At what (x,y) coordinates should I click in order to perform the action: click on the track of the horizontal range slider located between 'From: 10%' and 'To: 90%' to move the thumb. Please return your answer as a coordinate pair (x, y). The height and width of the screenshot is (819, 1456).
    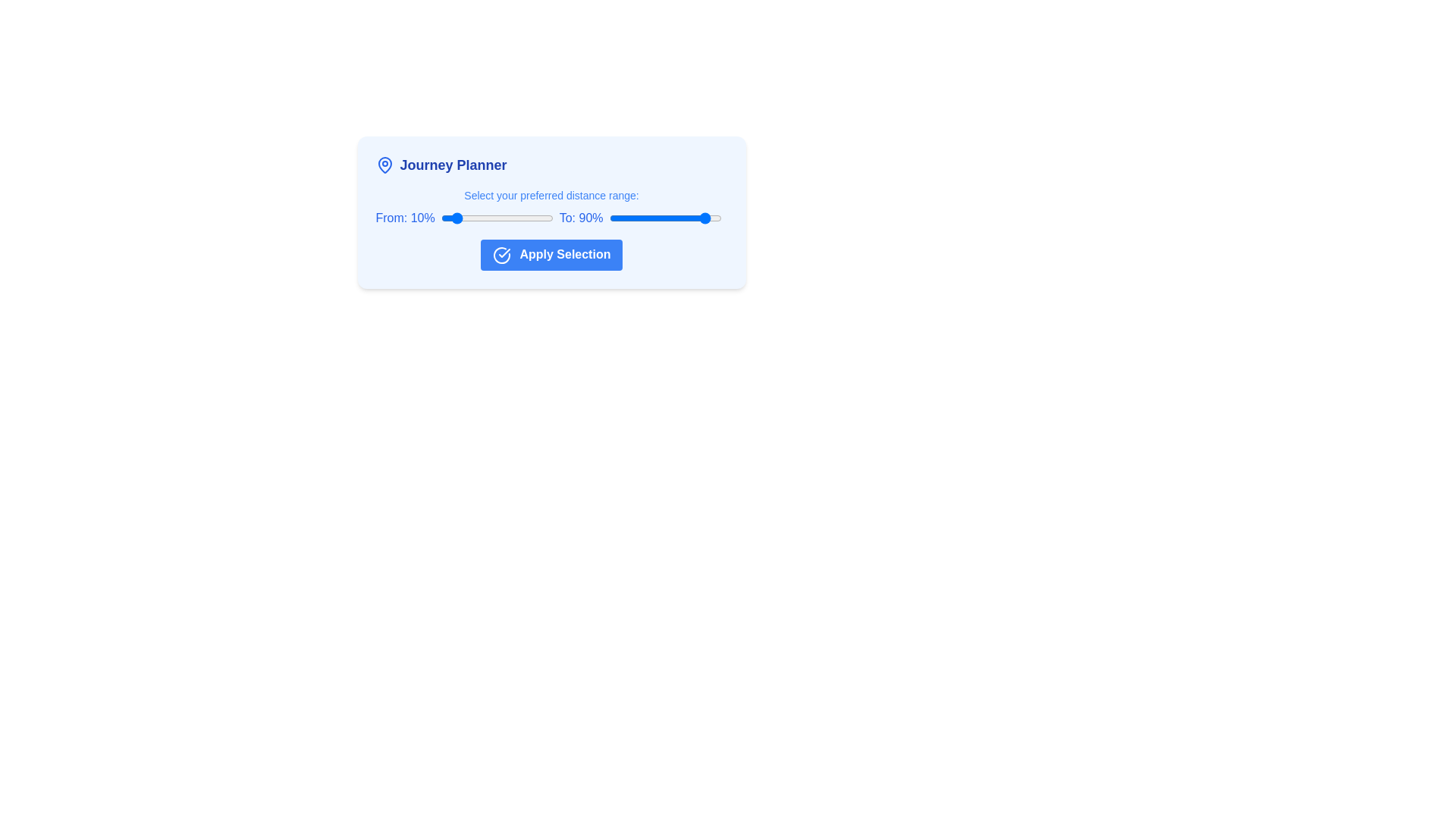
    Looking at the image, I should click on (497, 218).